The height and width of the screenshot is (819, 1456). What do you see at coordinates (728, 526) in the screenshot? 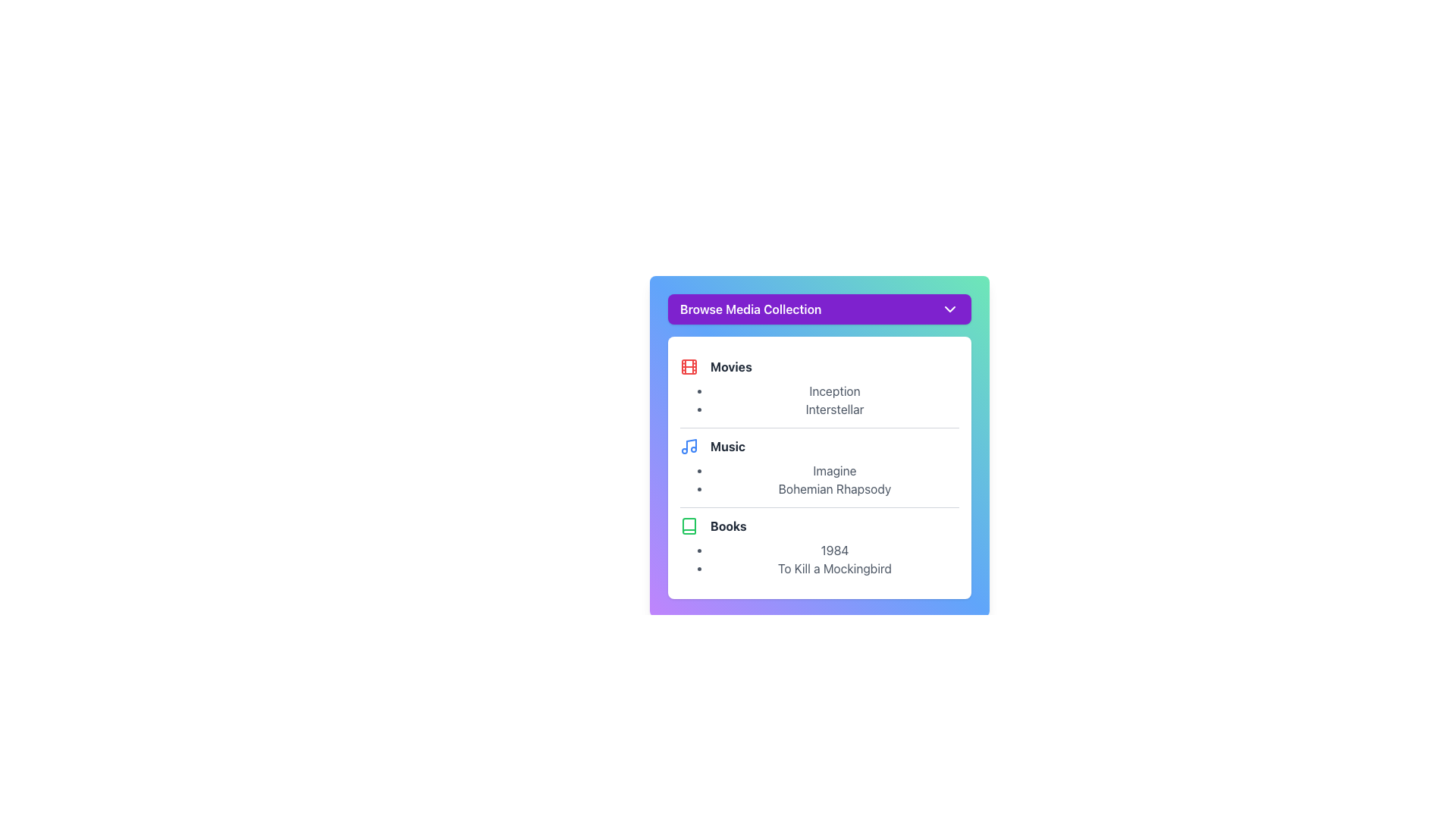
I see `the 'Books' category header text element located under the 'Music' category, to the right of a green book icon` at bounding box center [728, 526].